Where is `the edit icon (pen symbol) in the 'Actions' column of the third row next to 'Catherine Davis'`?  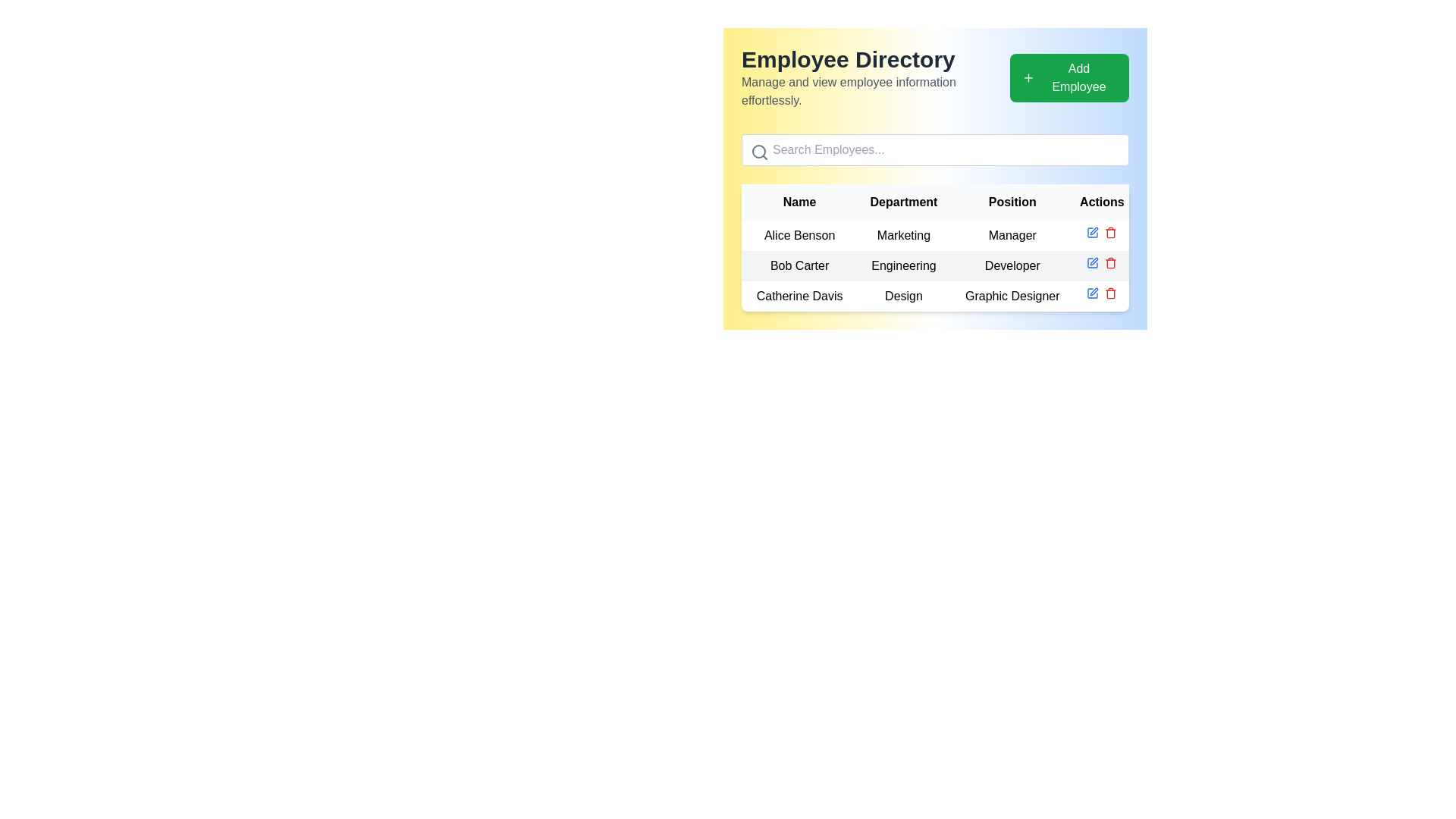
the edit icon (pen symbol) in the 'Actions' column of the third row next to 'Catherine Davis' is located at coordinates (1094, 292).